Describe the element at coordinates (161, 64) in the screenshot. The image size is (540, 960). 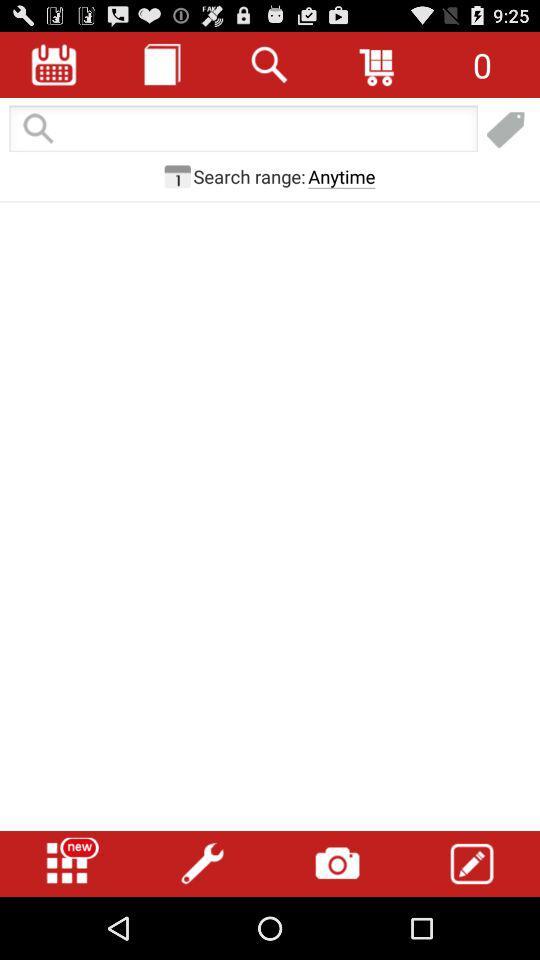
I see `history` at that location.